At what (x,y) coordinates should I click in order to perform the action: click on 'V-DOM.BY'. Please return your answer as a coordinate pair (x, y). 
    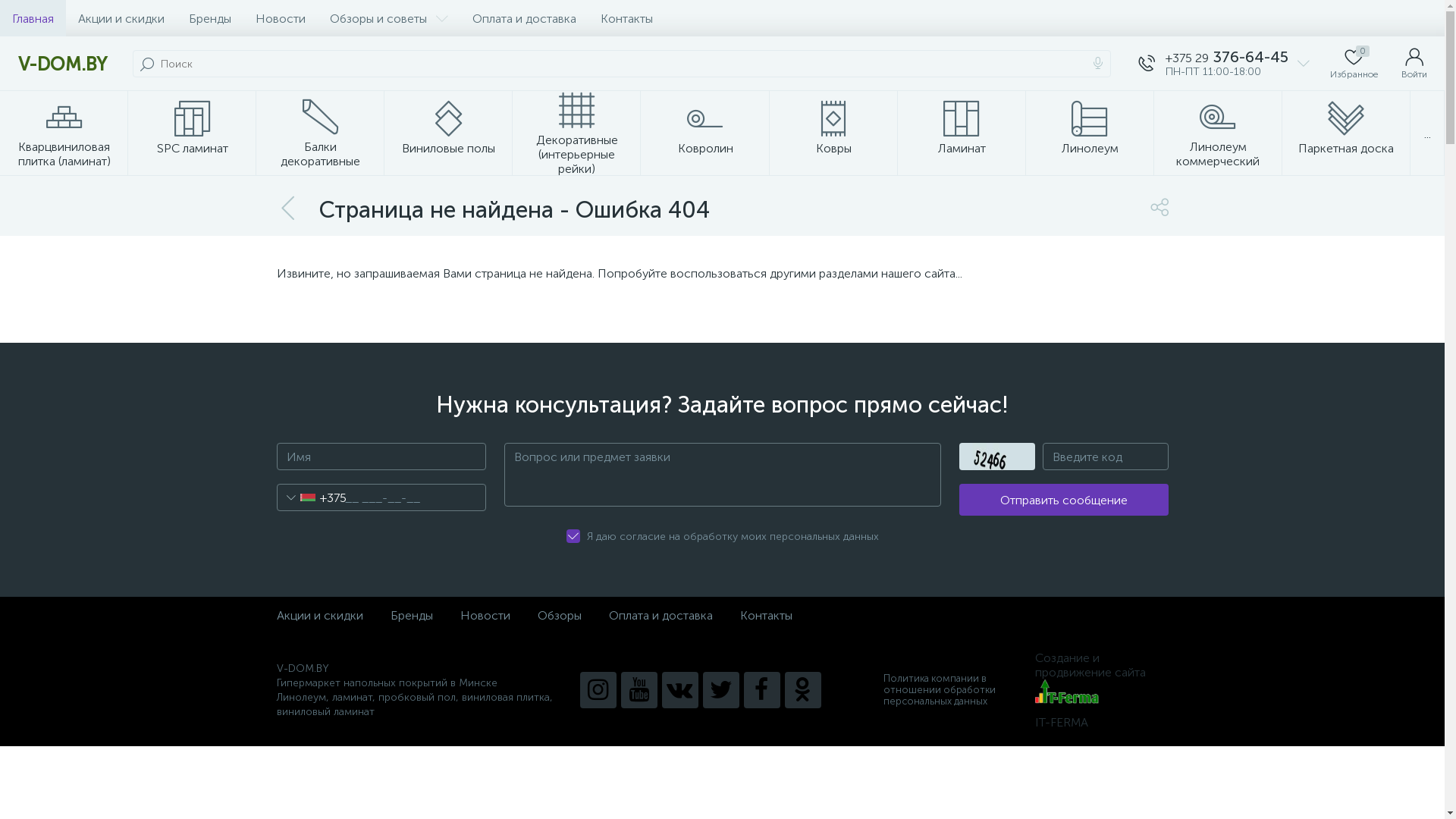
    Looking at the image, I should click on (61, 63).